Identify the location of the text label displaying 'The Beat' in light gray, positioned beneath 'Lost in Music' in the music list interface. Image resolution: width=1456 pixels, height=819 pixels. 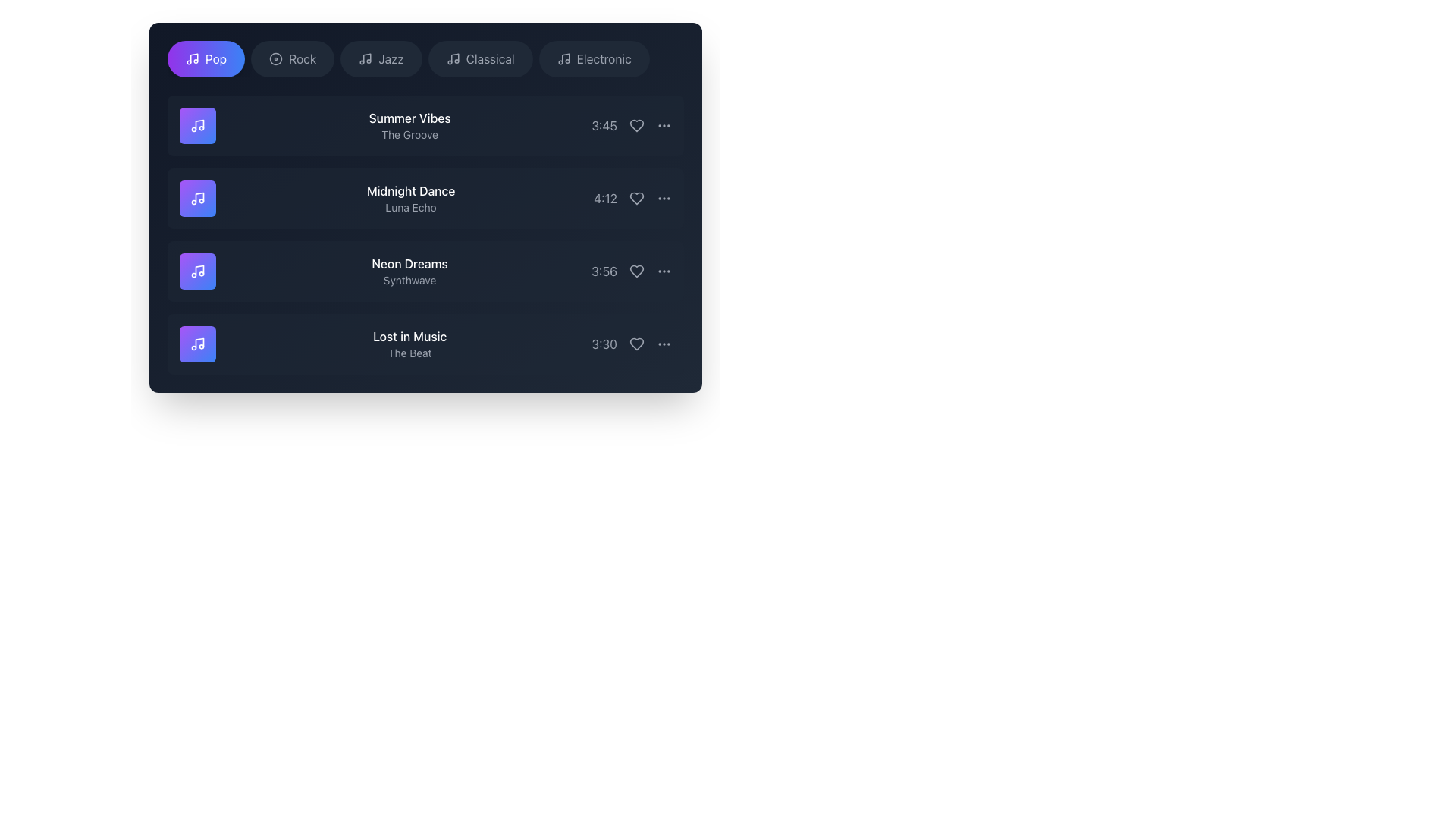
(409, 353).